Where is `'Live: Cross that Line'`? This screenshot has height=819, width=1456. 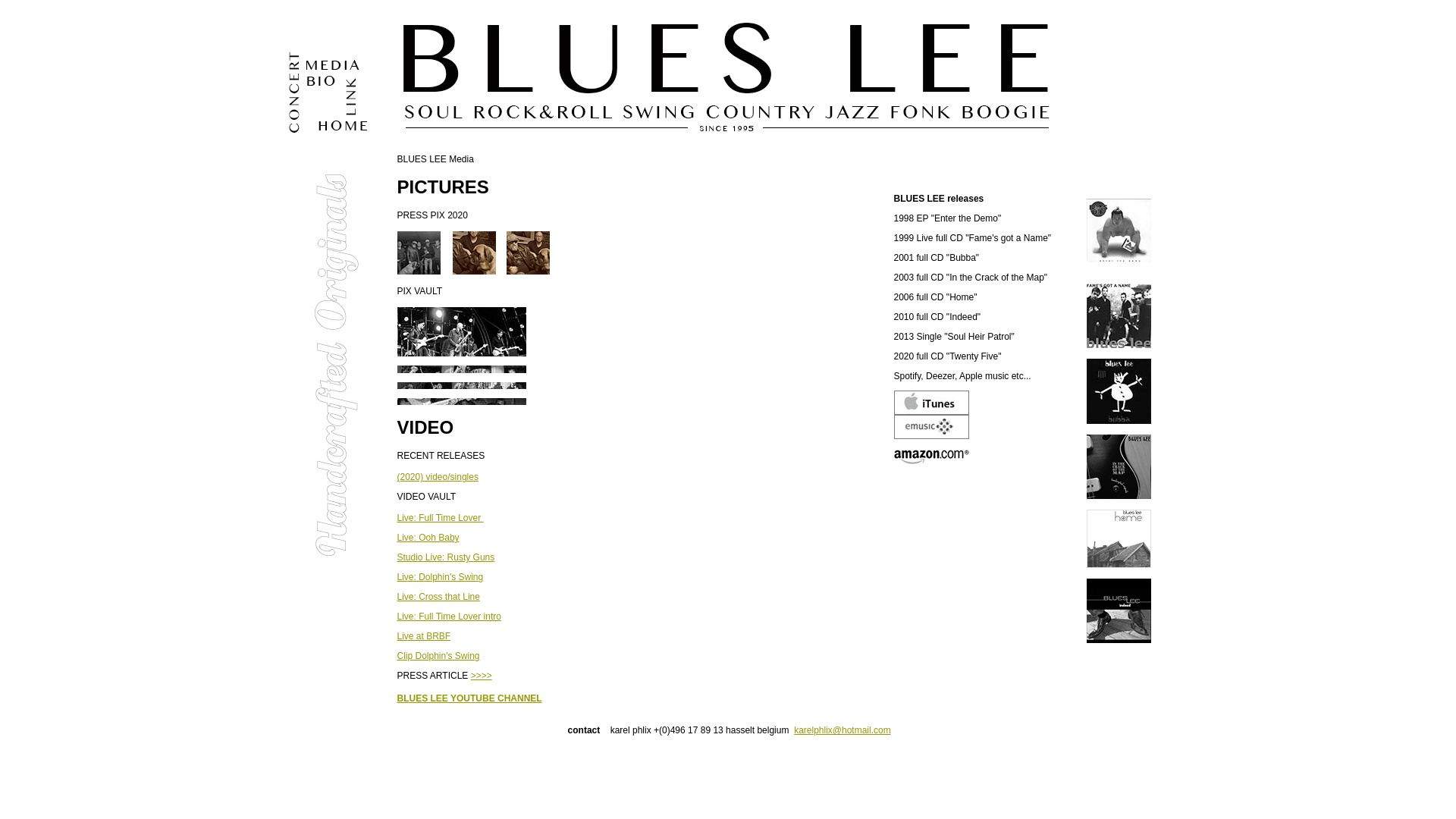
'Live: Cross that Line' is located at coordinates (438, 595).